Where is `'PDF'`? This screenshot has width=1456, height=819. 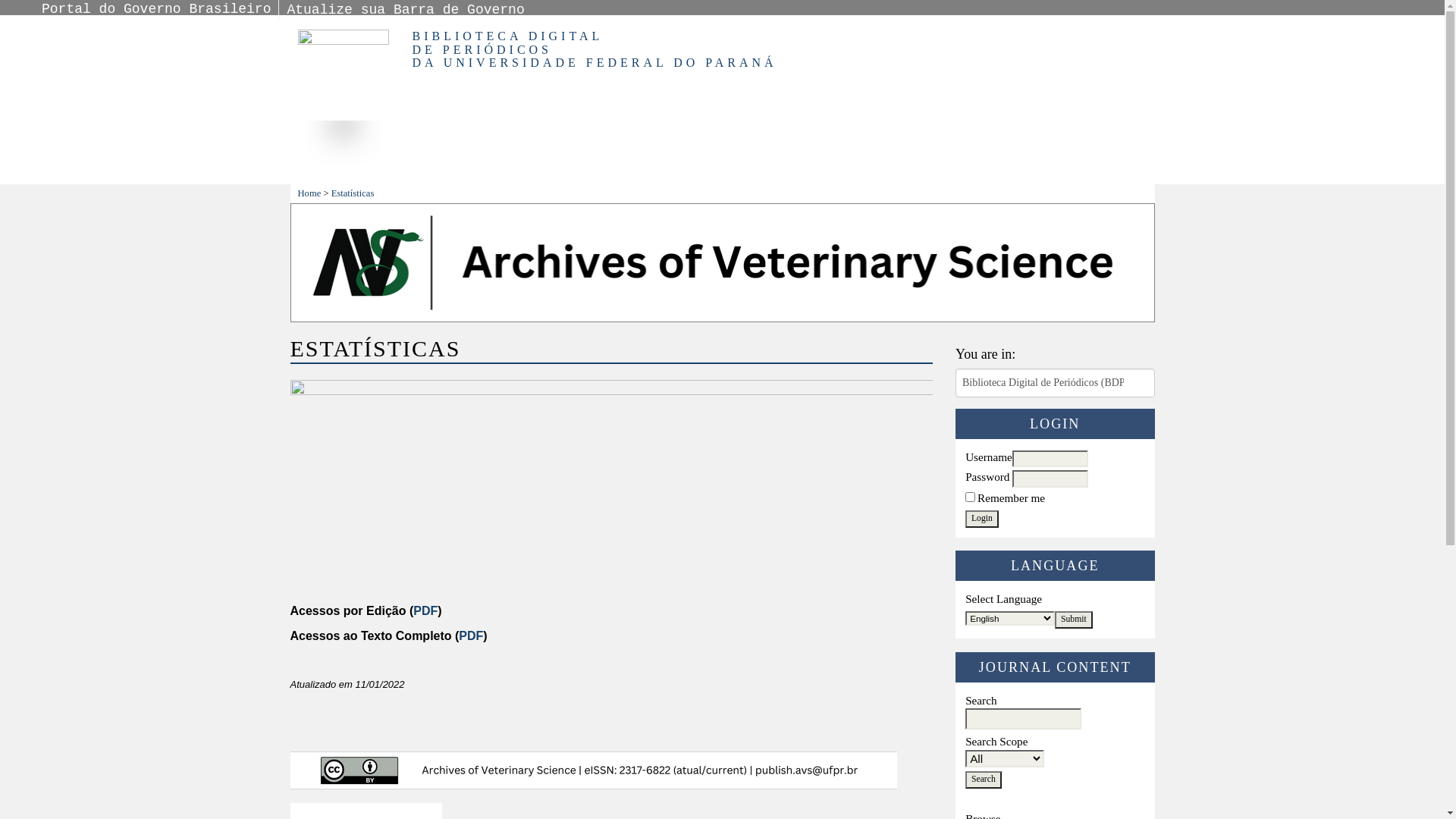 'PDF' is located at coordinates (425, 610).